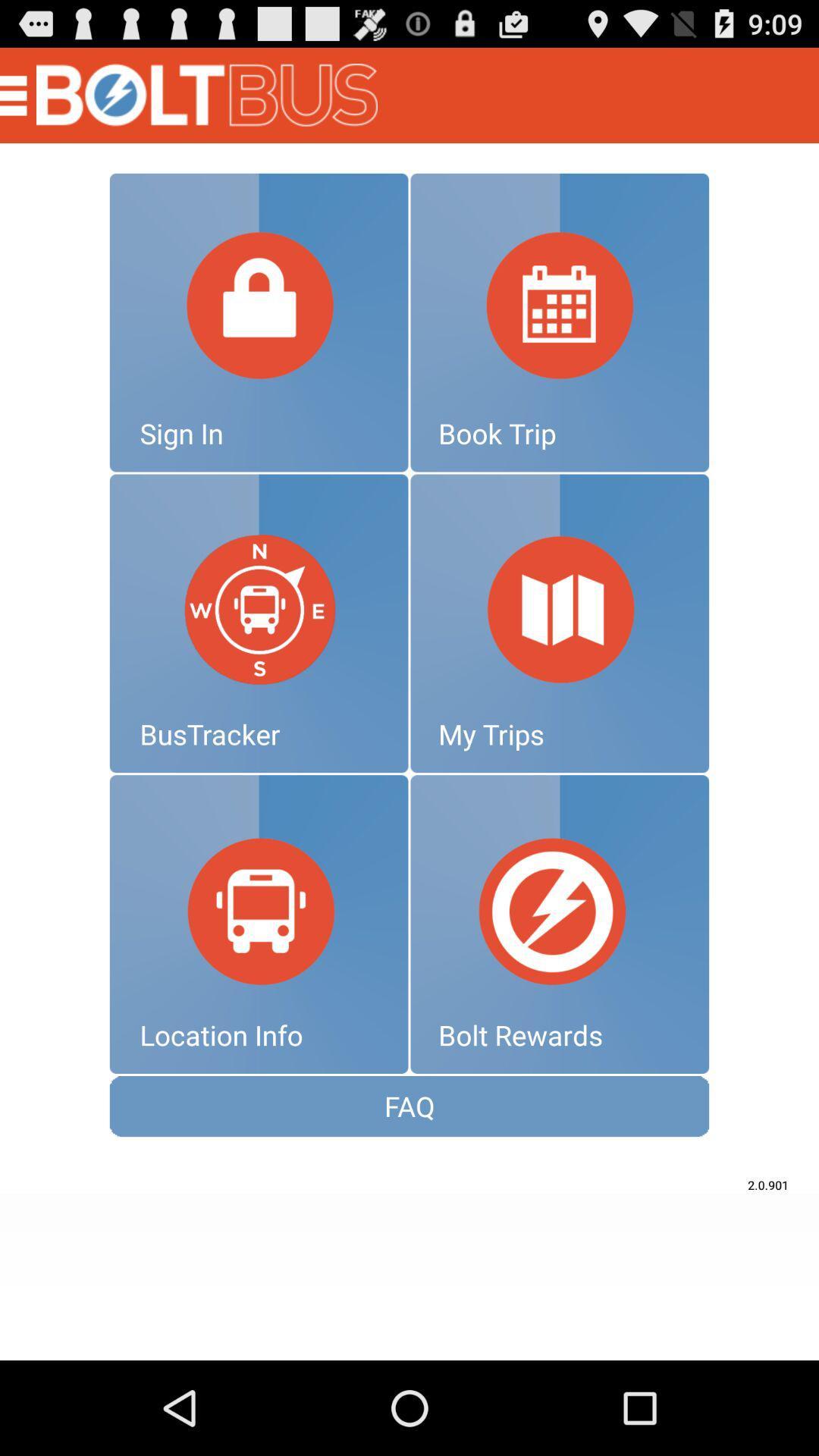 This screenshot has height=1456, width=819. Describe the element at coordinates (409, 1106) in the screenshot. I see `faq icon` at that location.